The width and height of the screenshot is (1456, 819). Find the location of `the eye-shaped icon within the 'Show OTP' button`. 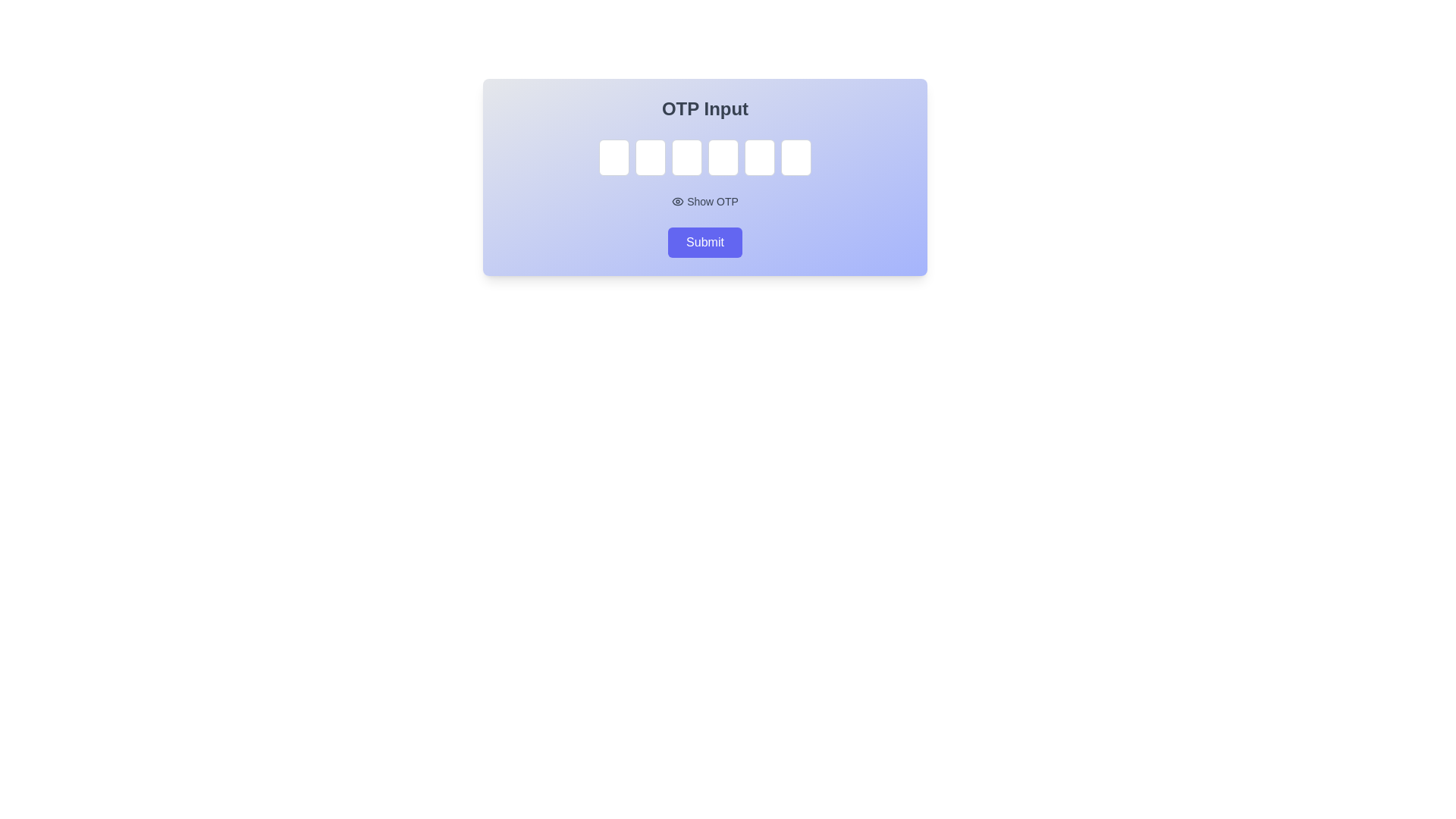

the eye-shaped icon within the 'Show OTP' button is located at coordinates (677, 201).